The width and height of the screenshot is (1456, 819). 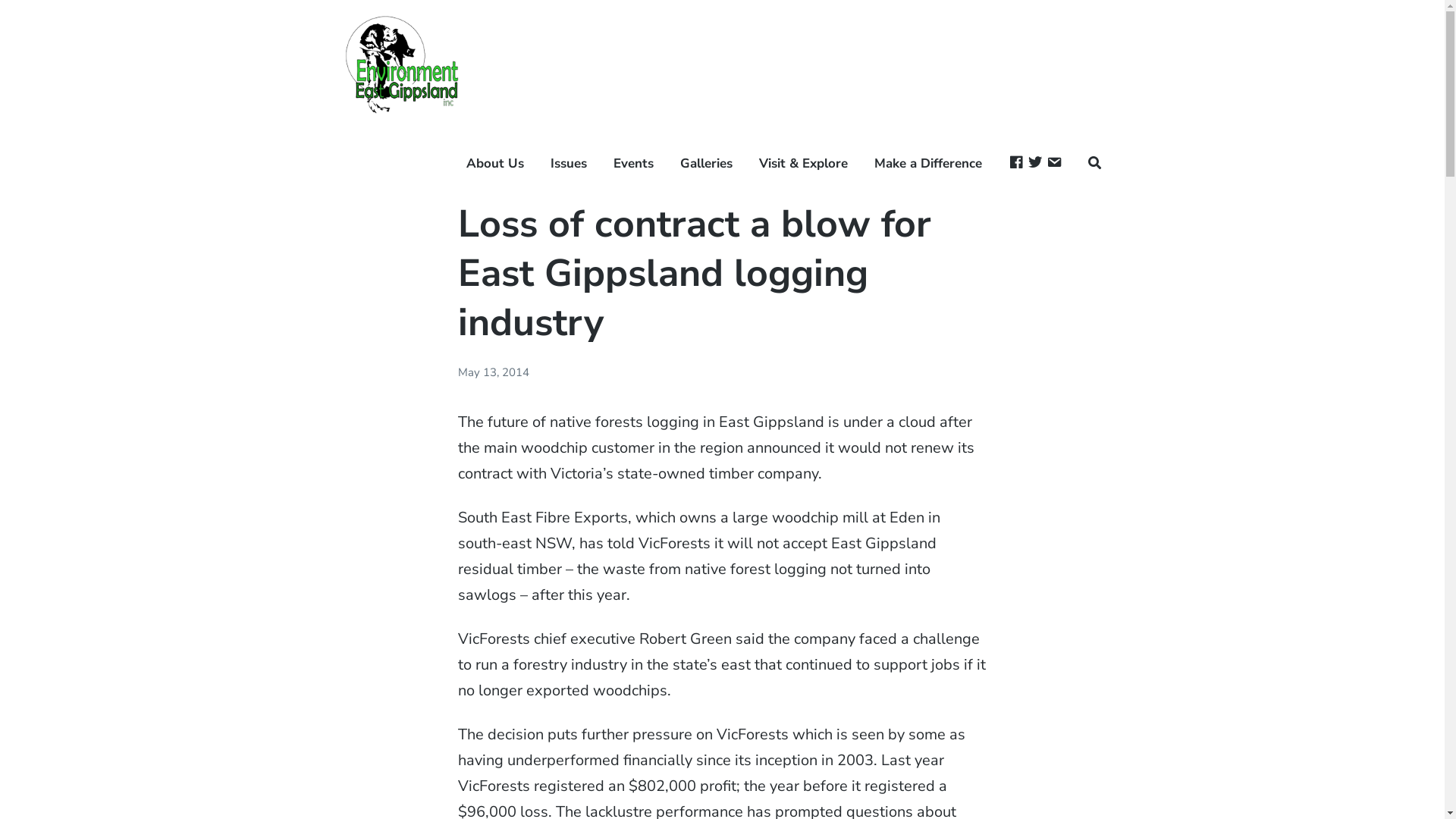 I want to click on 'Facebook', so click(x=1015, y=164).